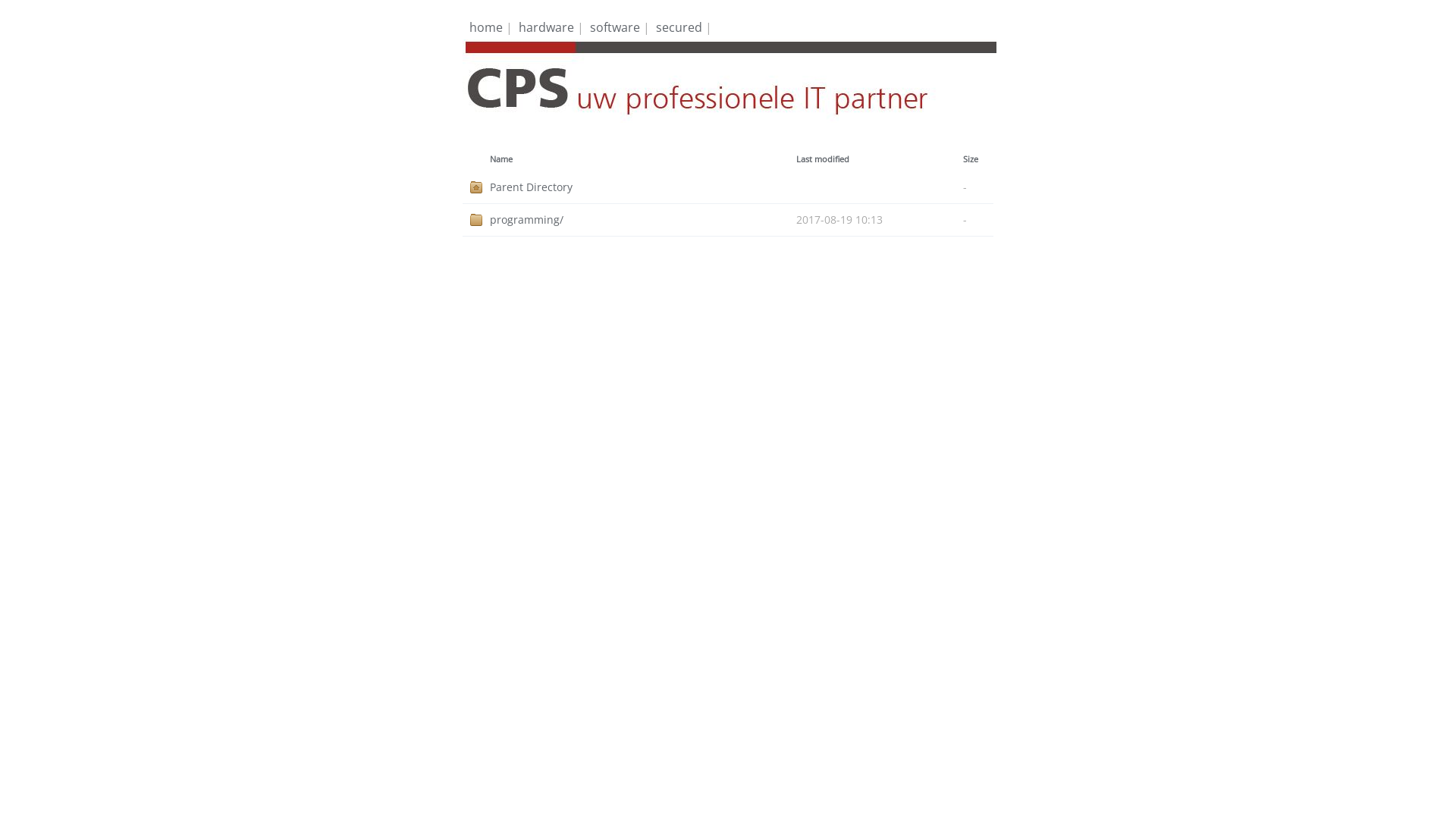  What do you see at coordinates (490, 219) in the screenshot?
I see `'programming/'` at bounding box center [490, 219].